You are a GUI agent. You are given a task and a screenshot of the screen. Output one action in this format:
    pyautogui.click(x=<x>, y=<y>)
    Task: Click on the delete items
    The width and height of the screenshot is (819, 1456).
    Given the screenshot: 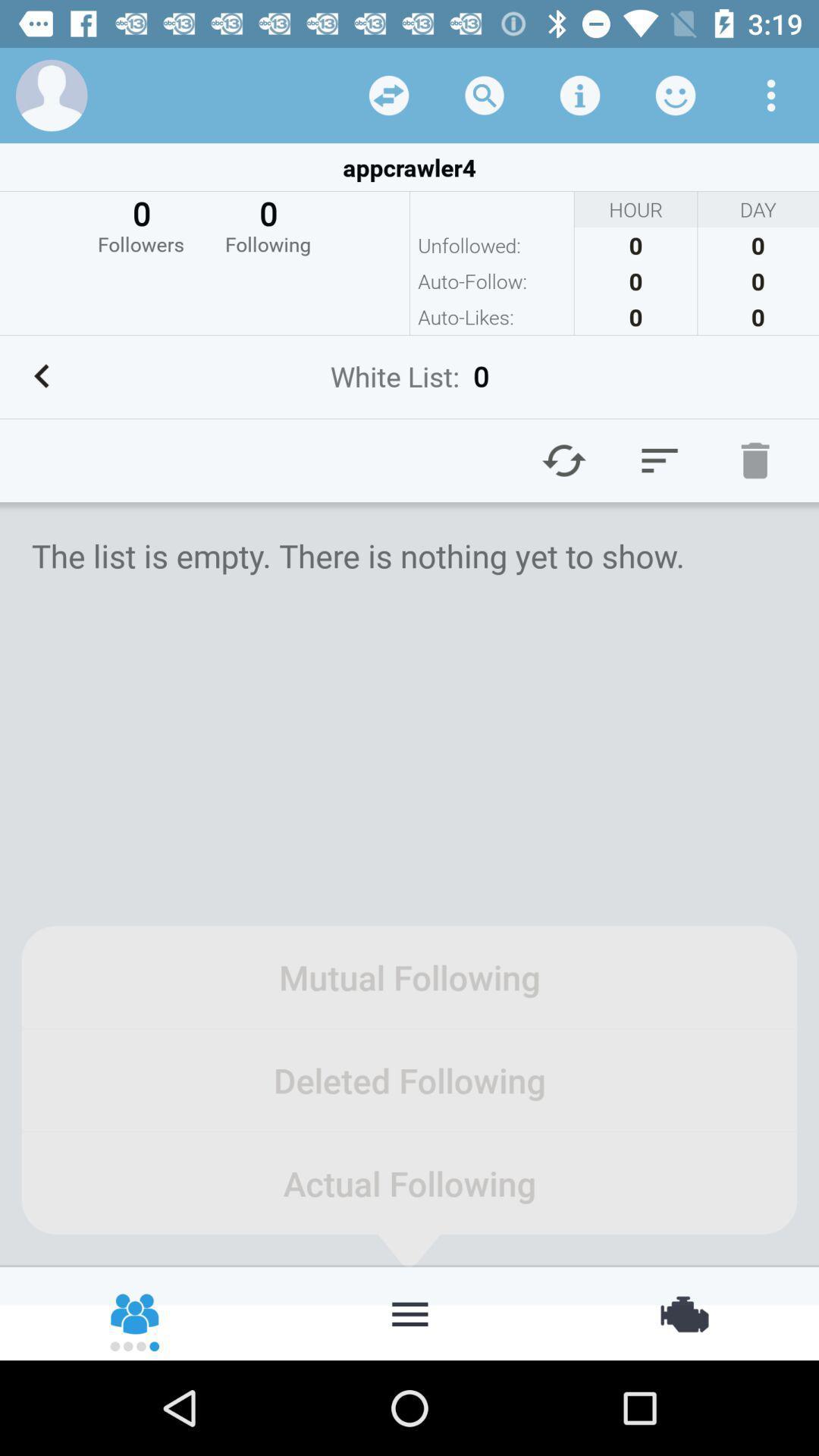 What is the action you would take?
    pyautogui.click(x=755, y=460)
    